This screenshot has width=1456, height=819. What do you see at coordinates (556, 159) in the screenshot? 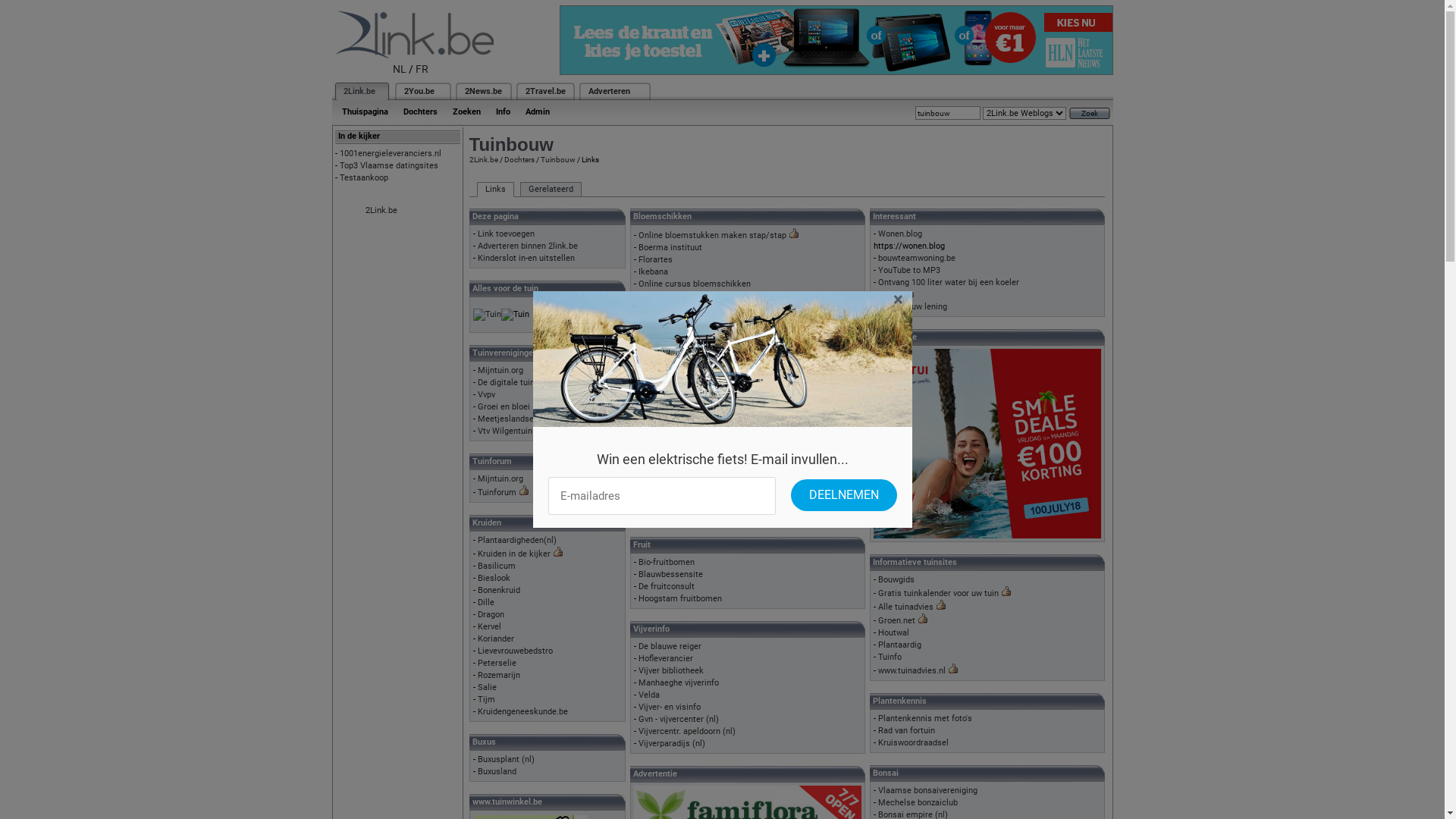
I see `'Tuinbouw'` at bounding box center [556, 159].